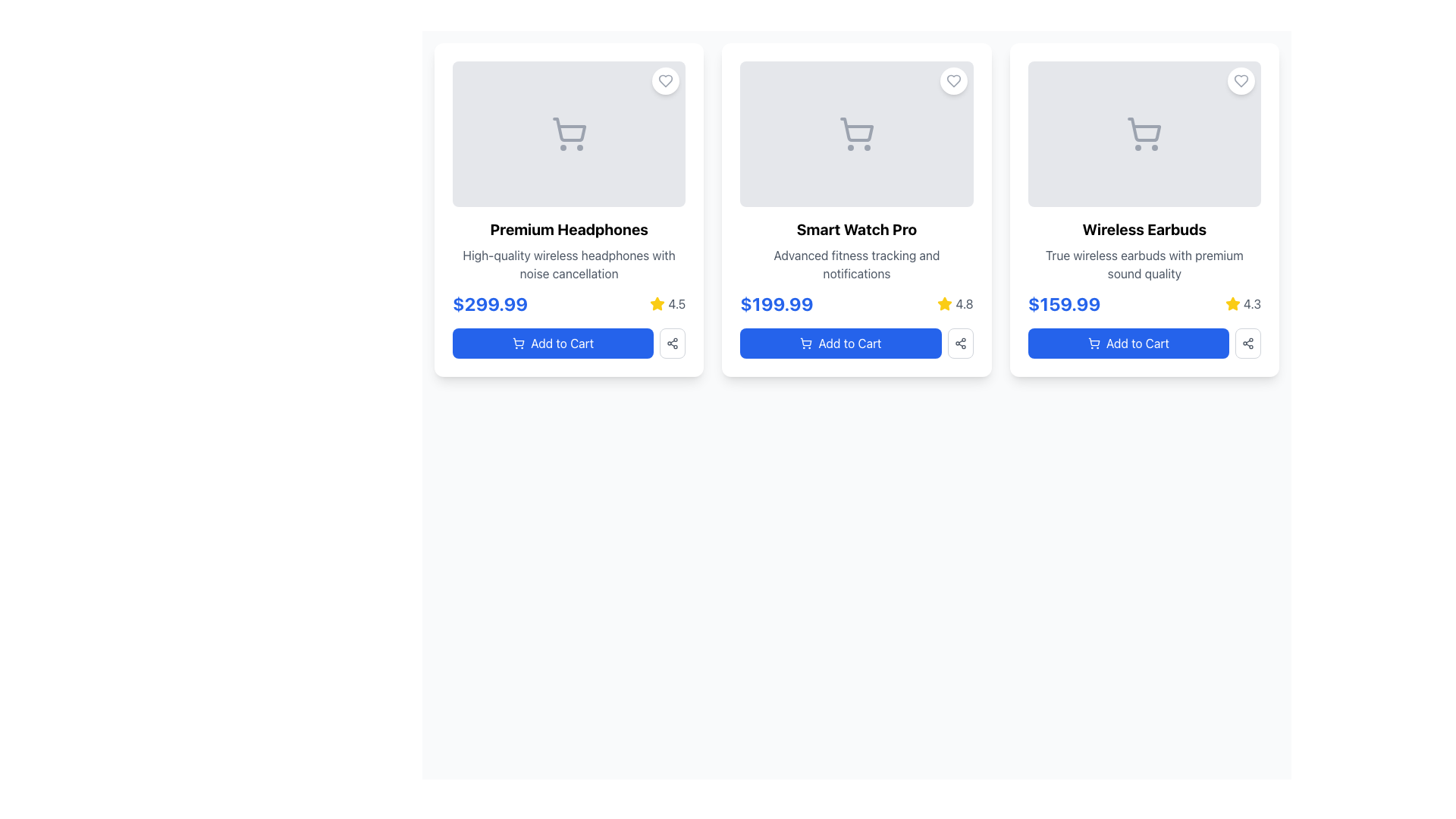  I want to click on the Rating indicator located in the second card from the left, below 'Smart Watch Pro' and above the 'Add, so click(955, 304).